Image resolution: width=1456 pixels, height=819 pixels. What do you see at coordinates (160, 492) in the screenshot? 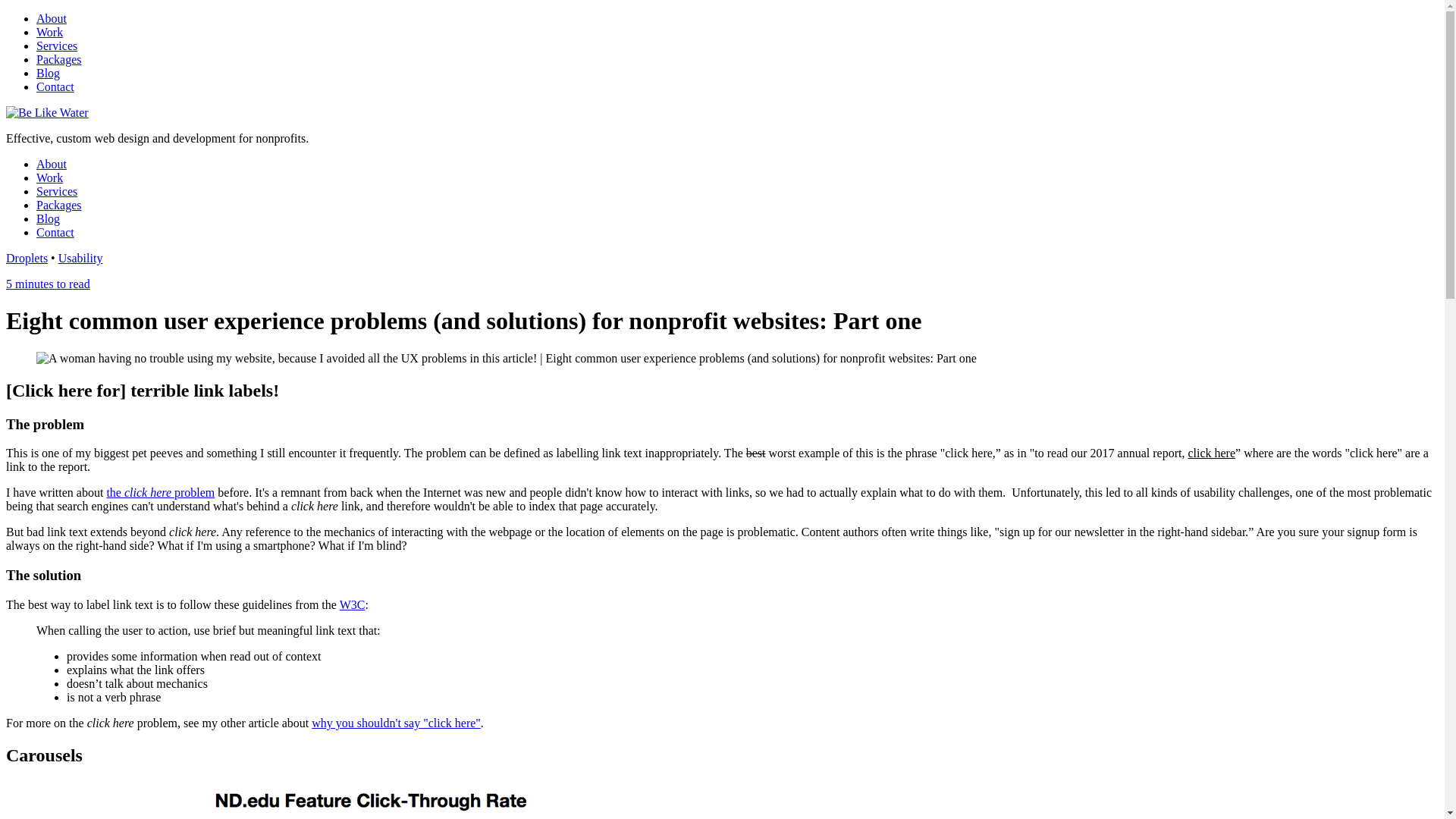
I see `'the click here problem'` at bounding box center [160, 492].